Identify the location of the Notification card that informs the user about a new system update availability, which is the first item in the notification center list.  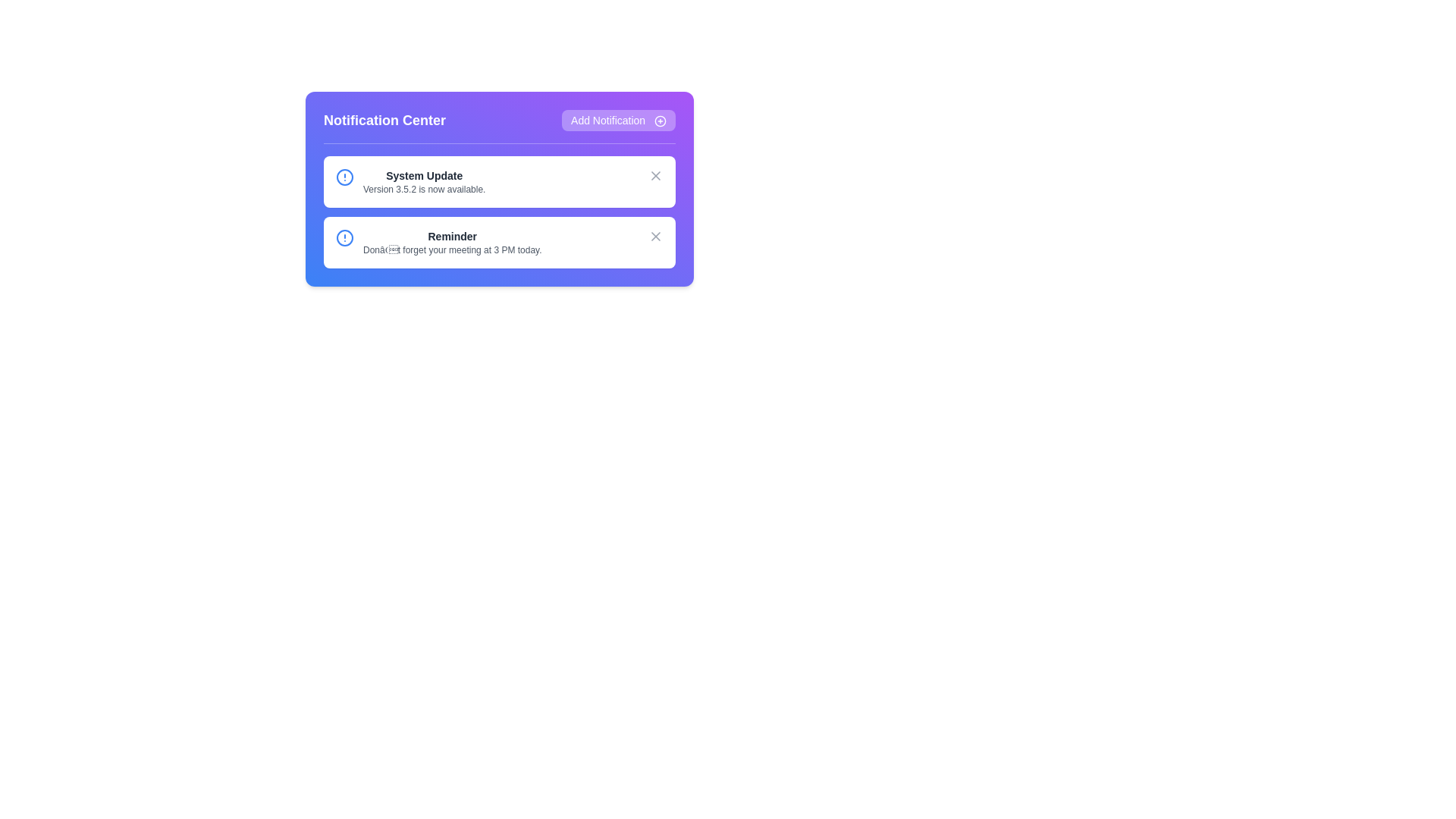
(499, 180).